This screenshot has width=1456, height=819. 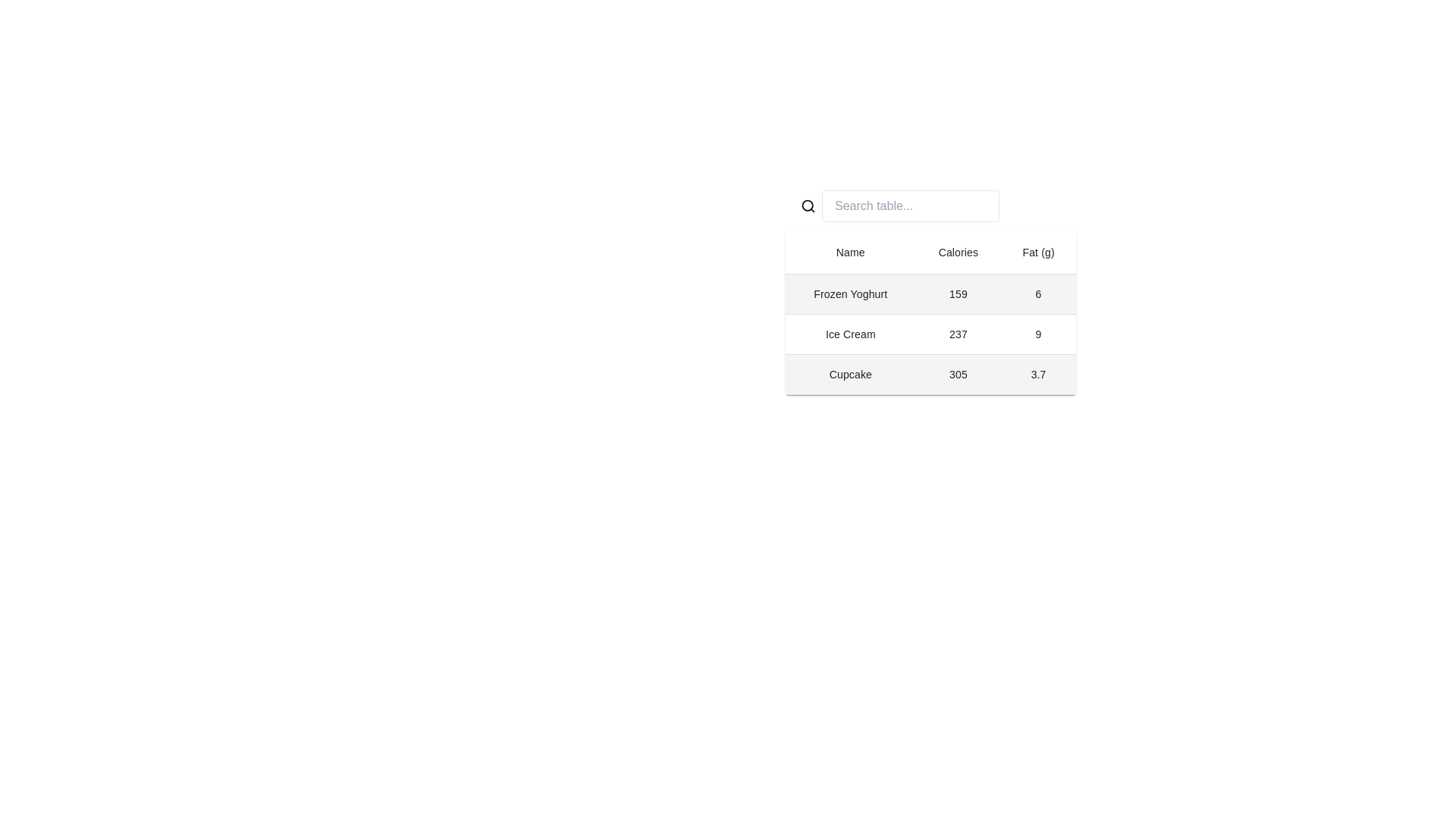 I want to click on the nutritional information table displaying data for 'Frozen Yoghurt,' 'Ice Cream,' and 'Cupcake', so click(x=930, y=288).